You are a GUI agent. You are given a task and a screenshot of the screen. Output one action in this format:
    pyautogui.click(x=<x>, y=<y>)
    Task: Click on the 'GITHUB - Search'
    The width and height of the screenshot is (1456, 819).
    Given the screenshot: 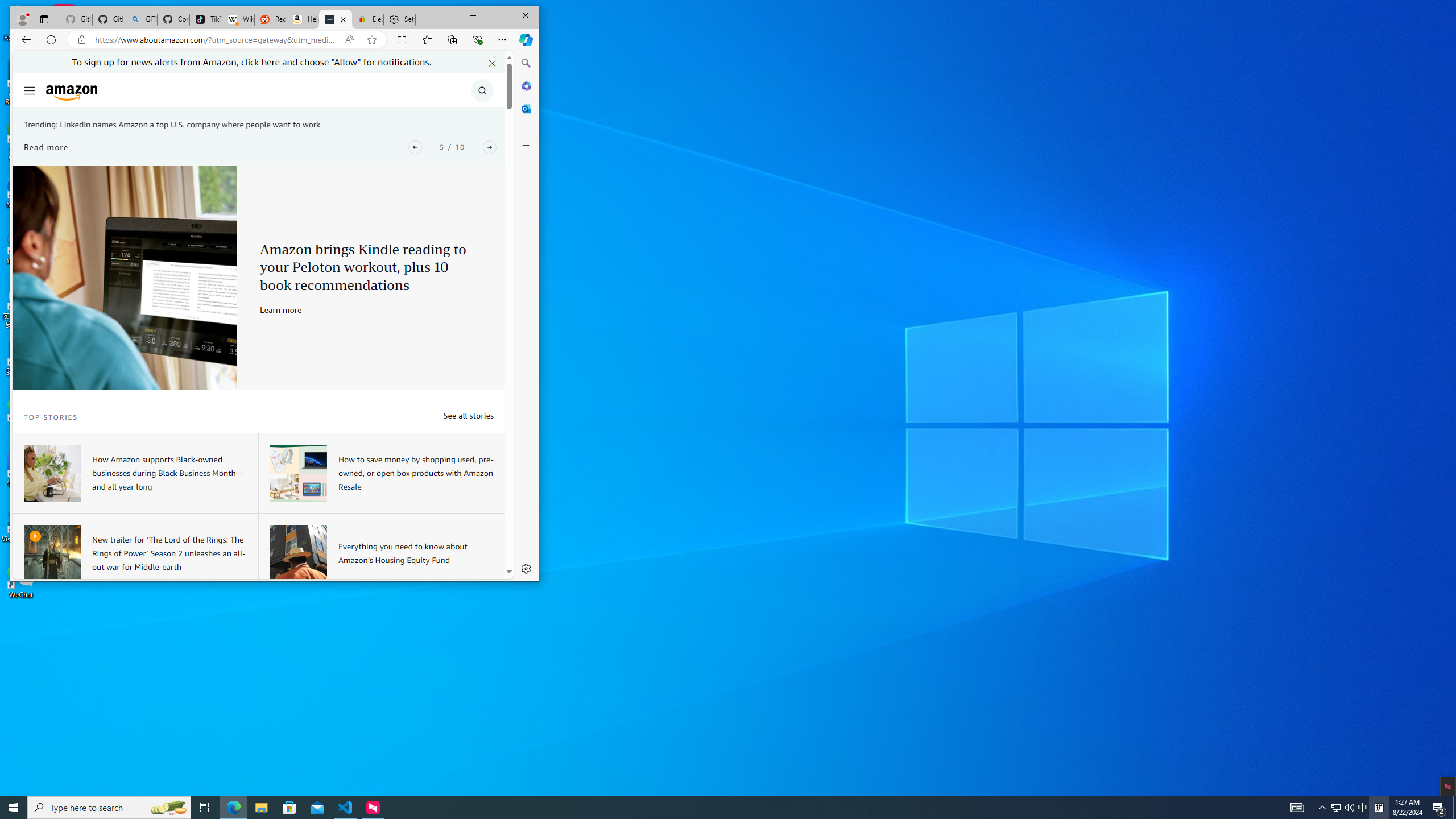 What is the action you would take?
    pyautogui.click(x=140, y=19)
    